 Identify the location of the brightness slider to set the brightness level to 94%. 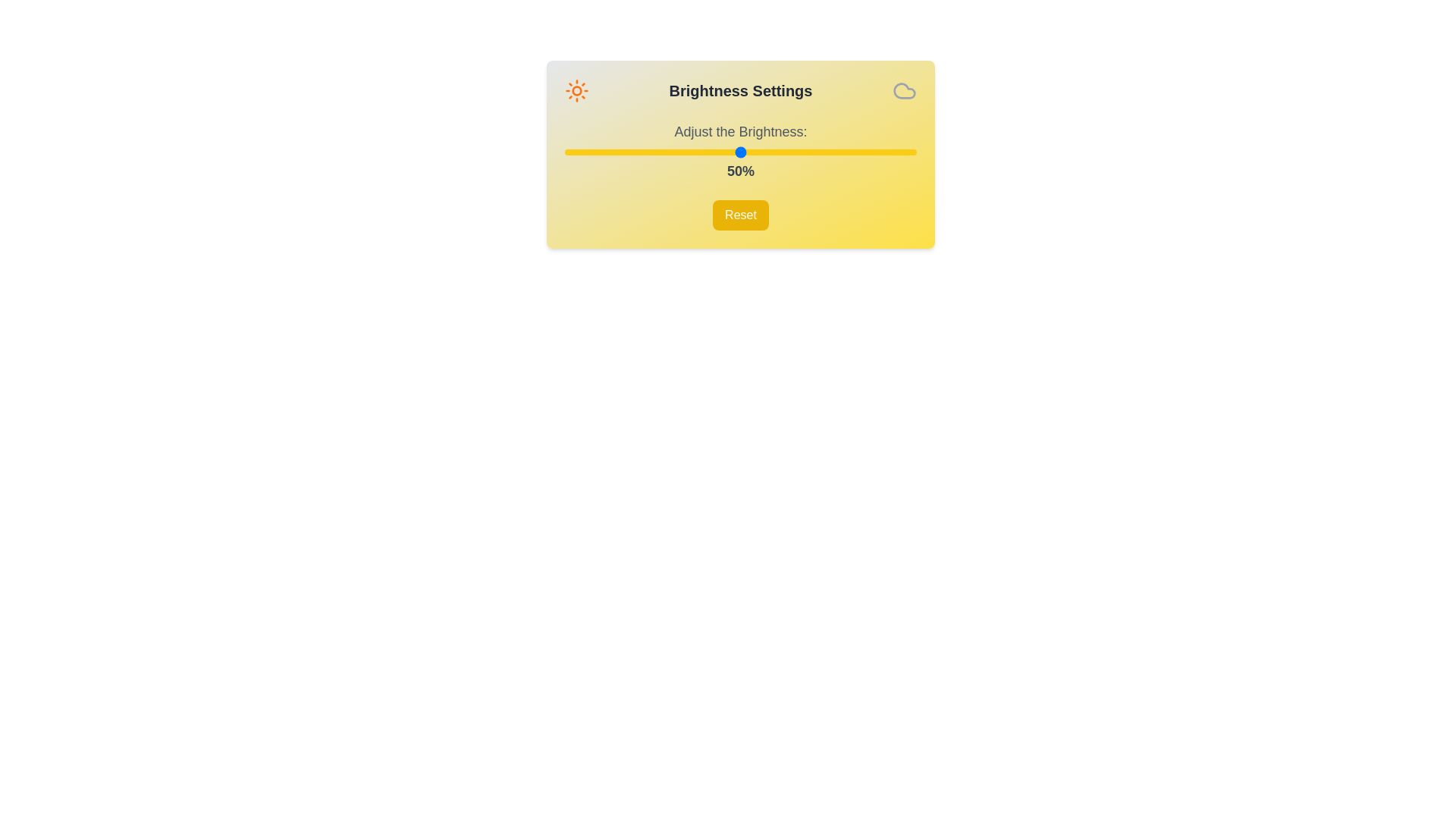
(896, 152).